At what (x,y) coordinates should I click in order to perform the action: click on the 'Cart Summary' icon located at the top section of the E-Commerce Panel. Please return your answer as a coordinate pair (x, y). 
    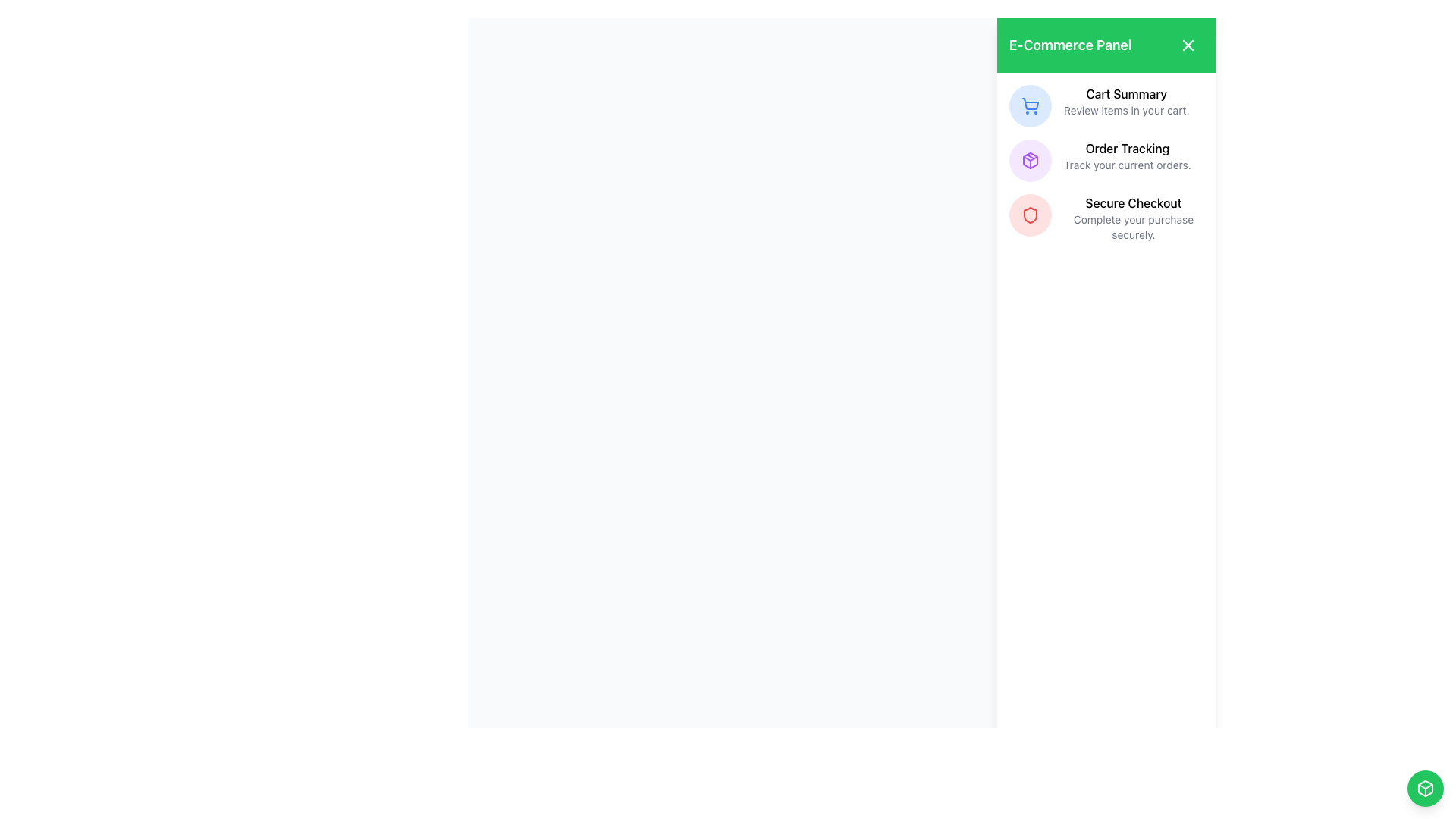
    Looking at the image, I should click on (1030, 105).